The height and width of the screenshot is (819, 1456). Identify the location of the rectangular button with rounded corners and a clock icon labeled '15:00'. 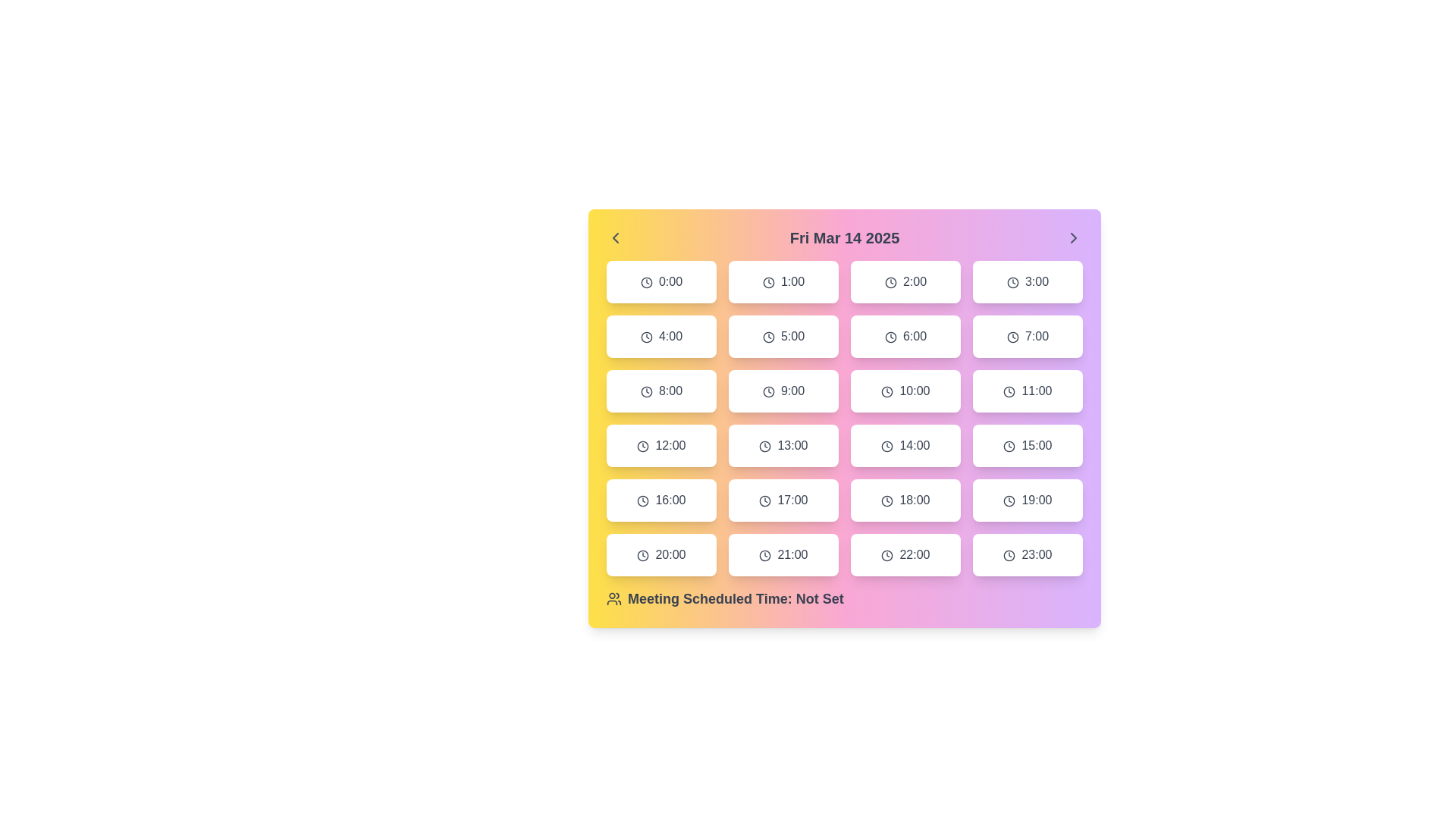
(1028, 444).